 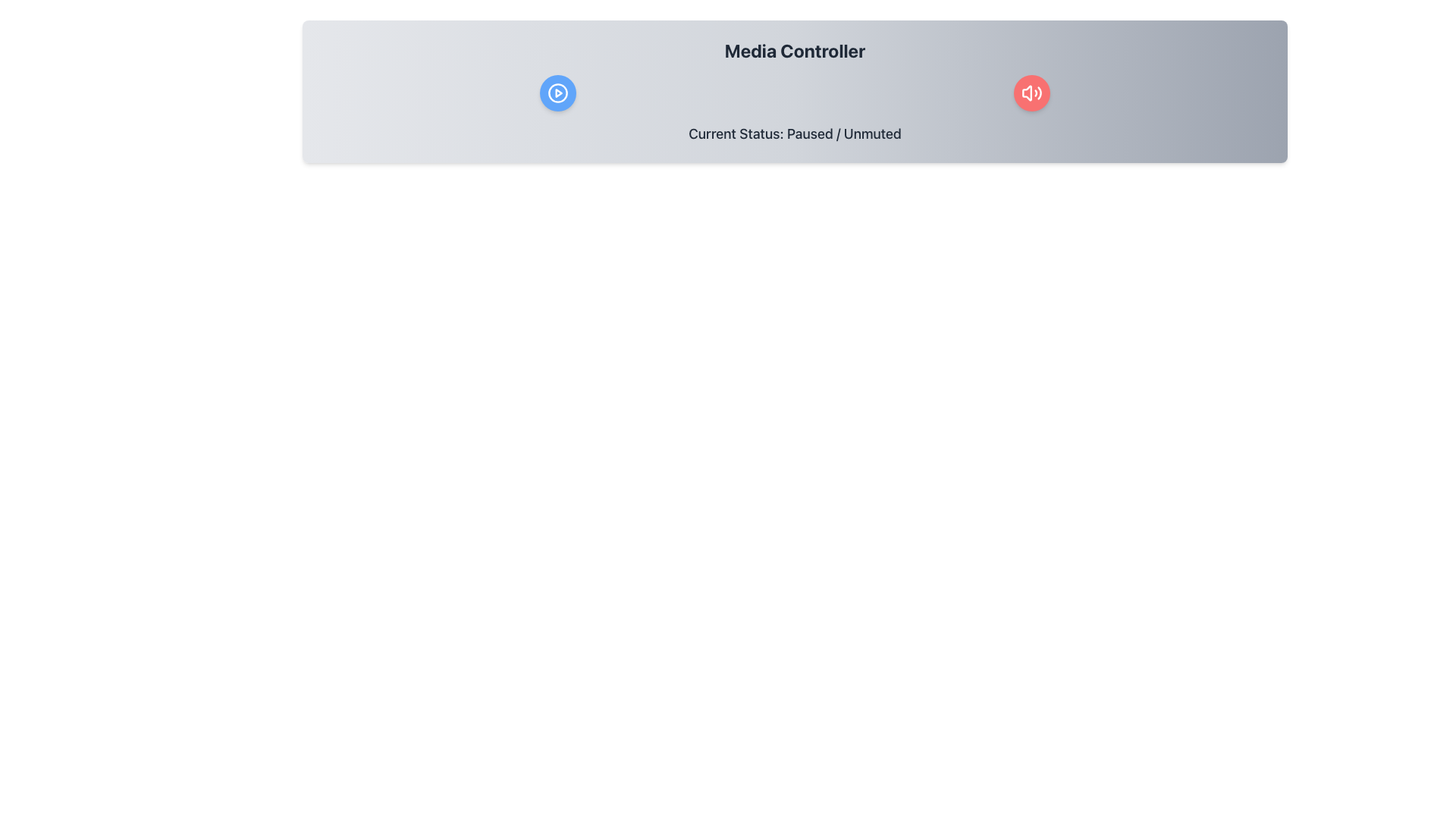 I want to click on the circular blue button with a white play icon, so click(x=557, y=93).